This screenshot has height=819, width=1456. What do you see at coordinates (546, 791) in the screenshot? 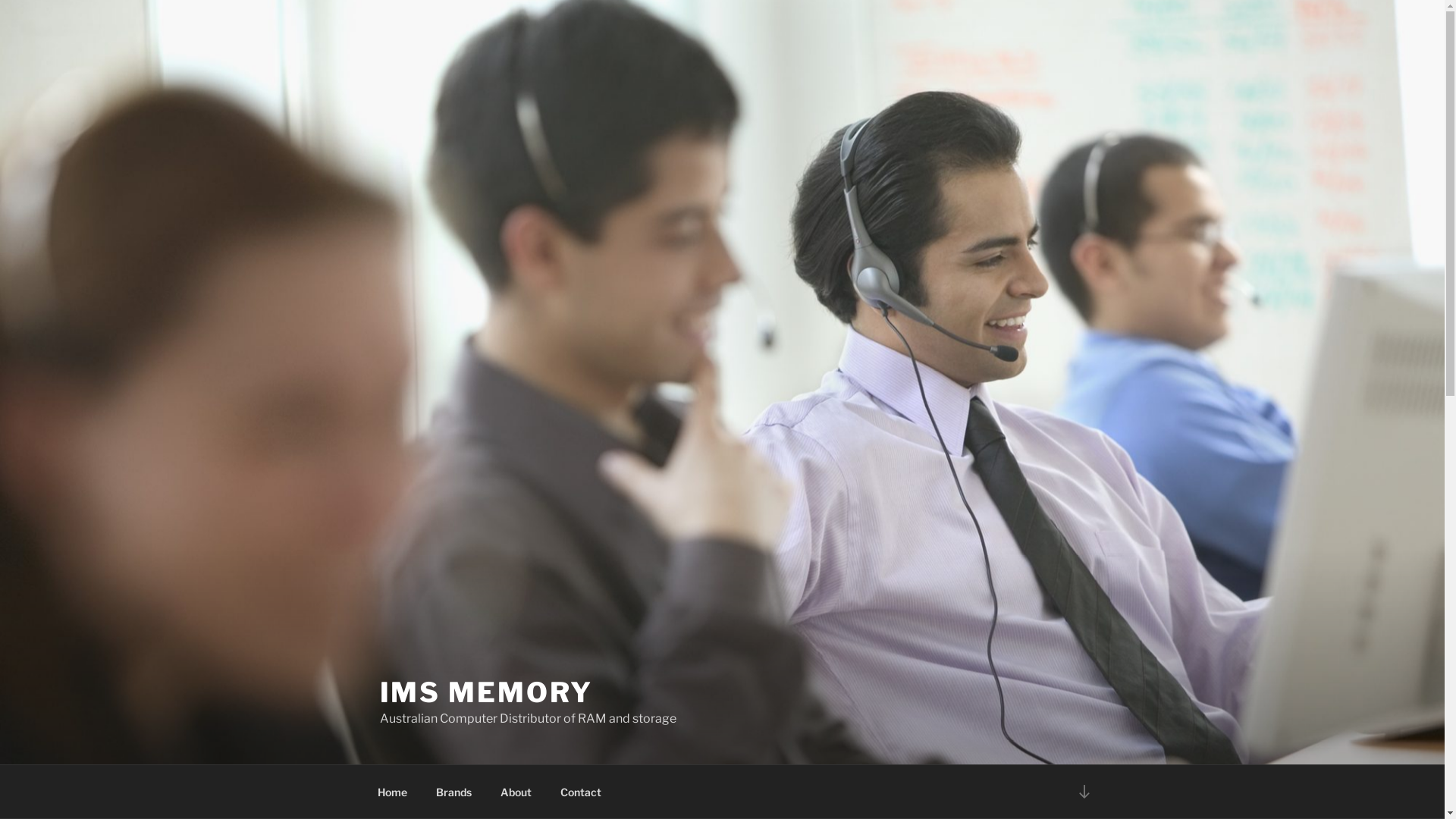
I see `'Contact'` at bounding box center [546, 791].